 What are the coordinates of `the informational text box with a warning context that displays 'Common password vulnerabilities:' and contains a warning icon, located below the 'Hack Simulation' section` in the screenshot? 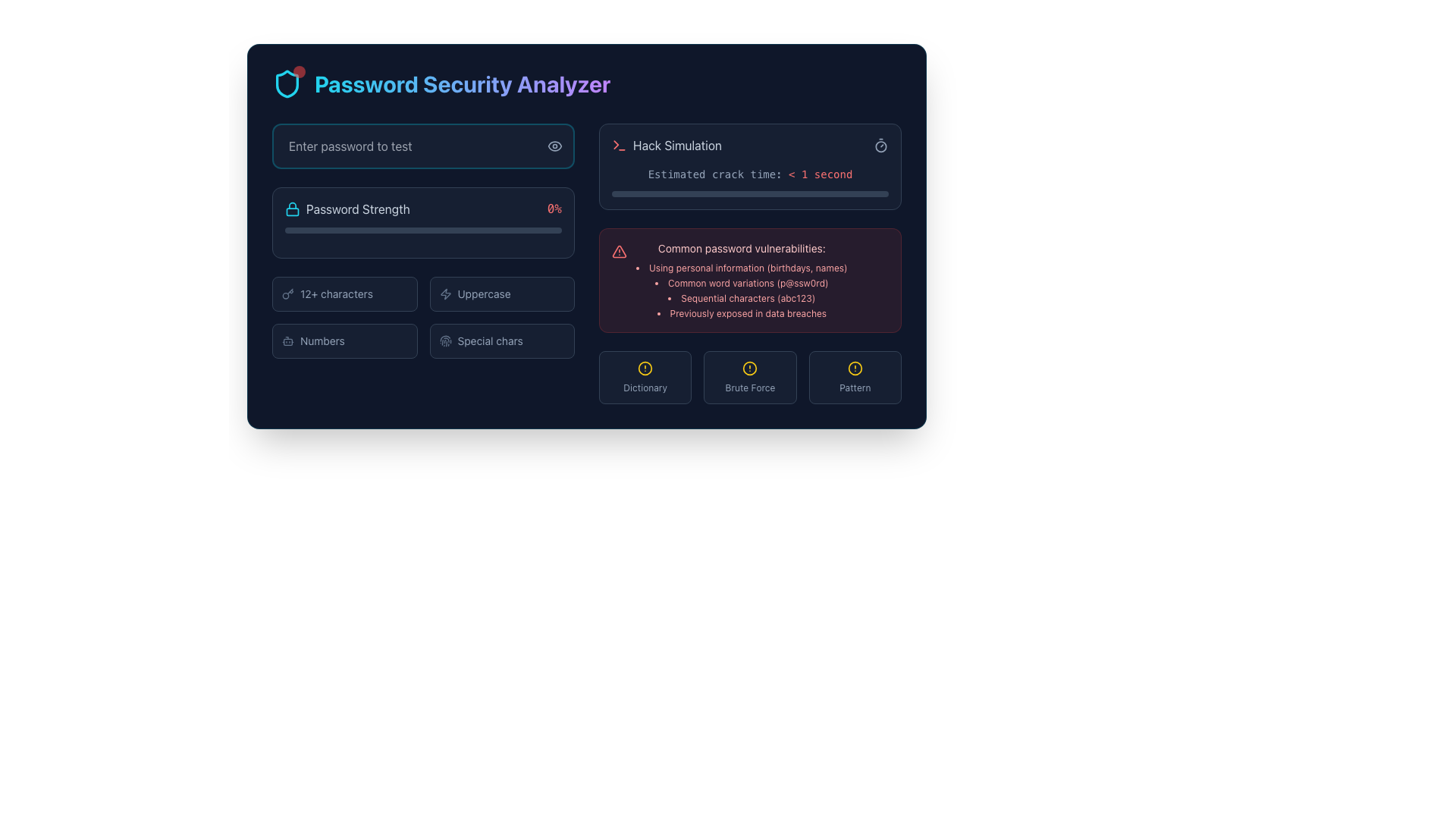 It's located at (750, 281).